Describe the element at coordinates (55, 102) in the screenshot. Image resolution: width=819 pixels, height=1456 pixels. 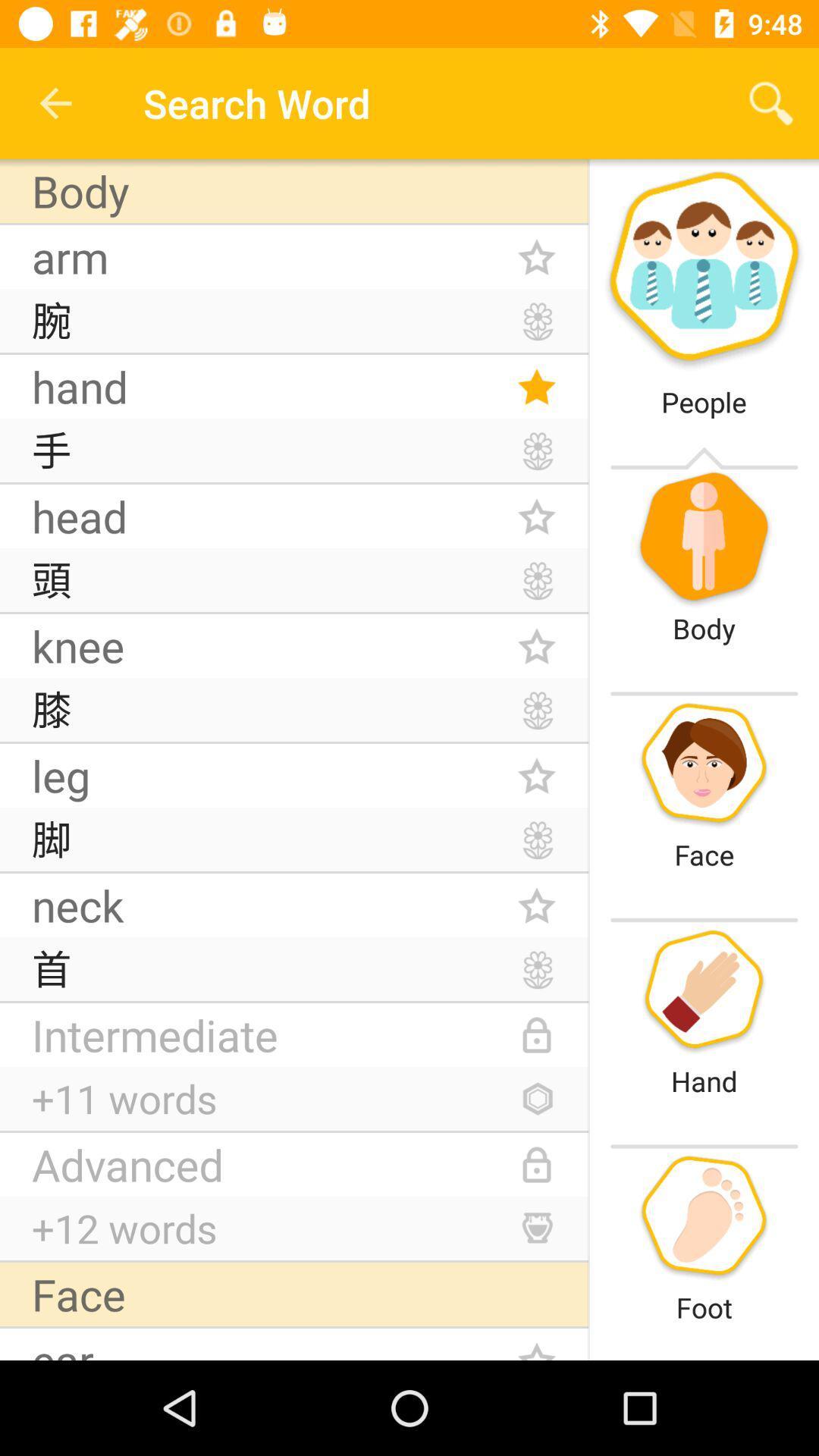
I see `the icon above body icon` at that location.